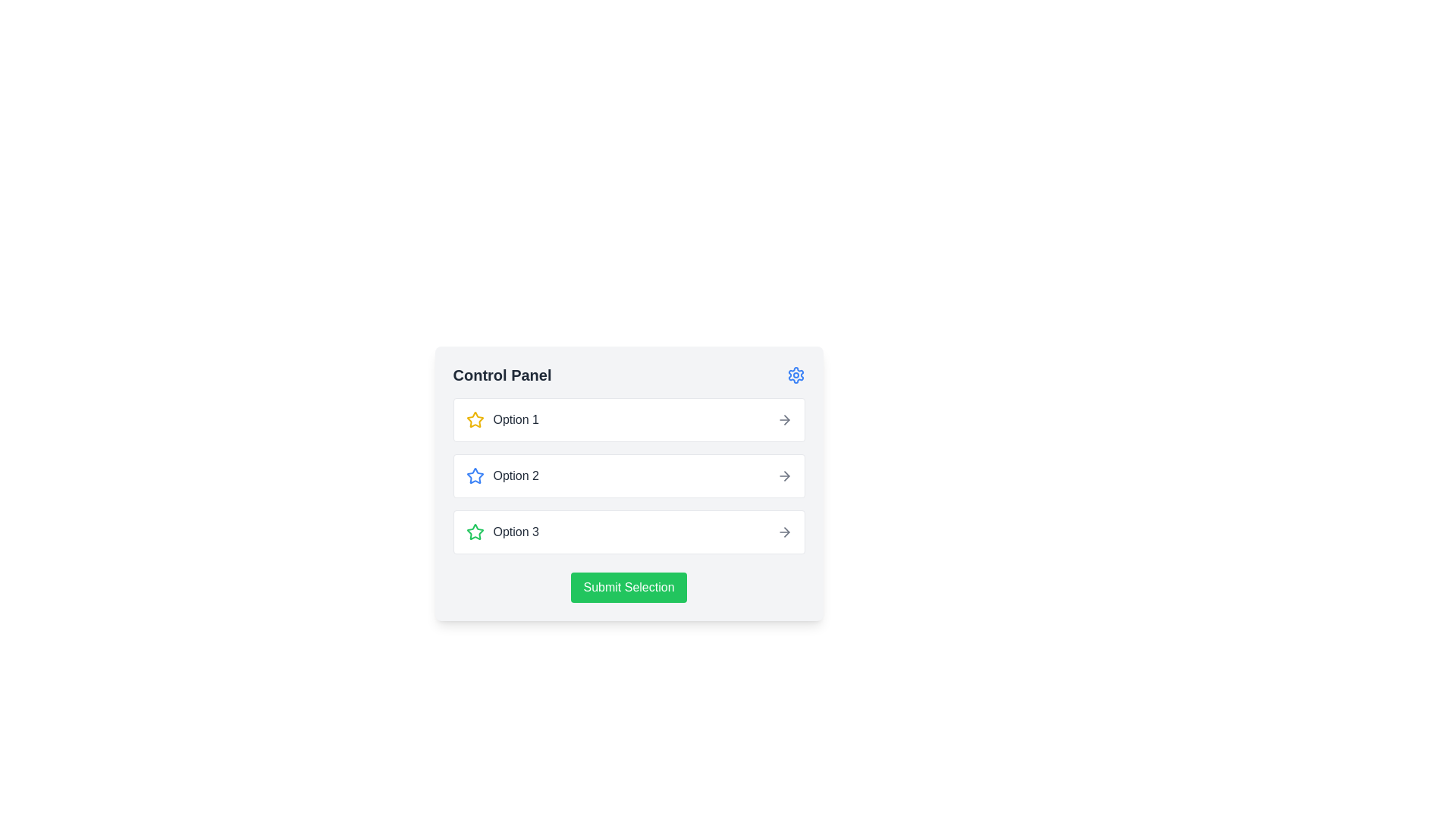  What do you see at coordinates (516, 532) in the screenshot?
I see `the label representing the third option in a list of selectable entries, located to the right of a green star icon` at bounding box center [516, 532].